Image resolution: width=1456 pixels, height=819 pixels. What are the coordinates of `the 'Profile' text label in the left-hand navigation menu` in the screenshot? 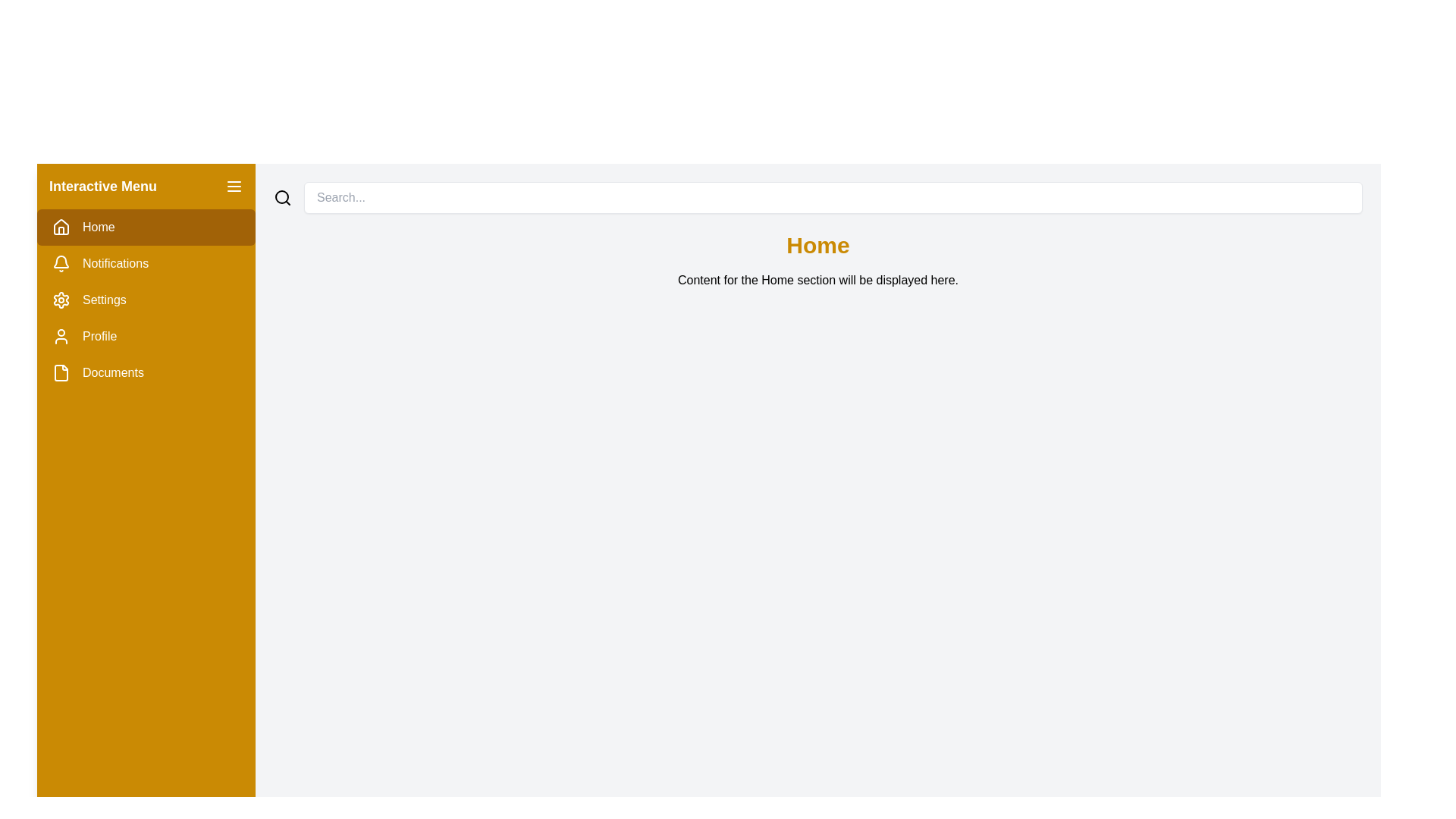 It's located at (99, 335).